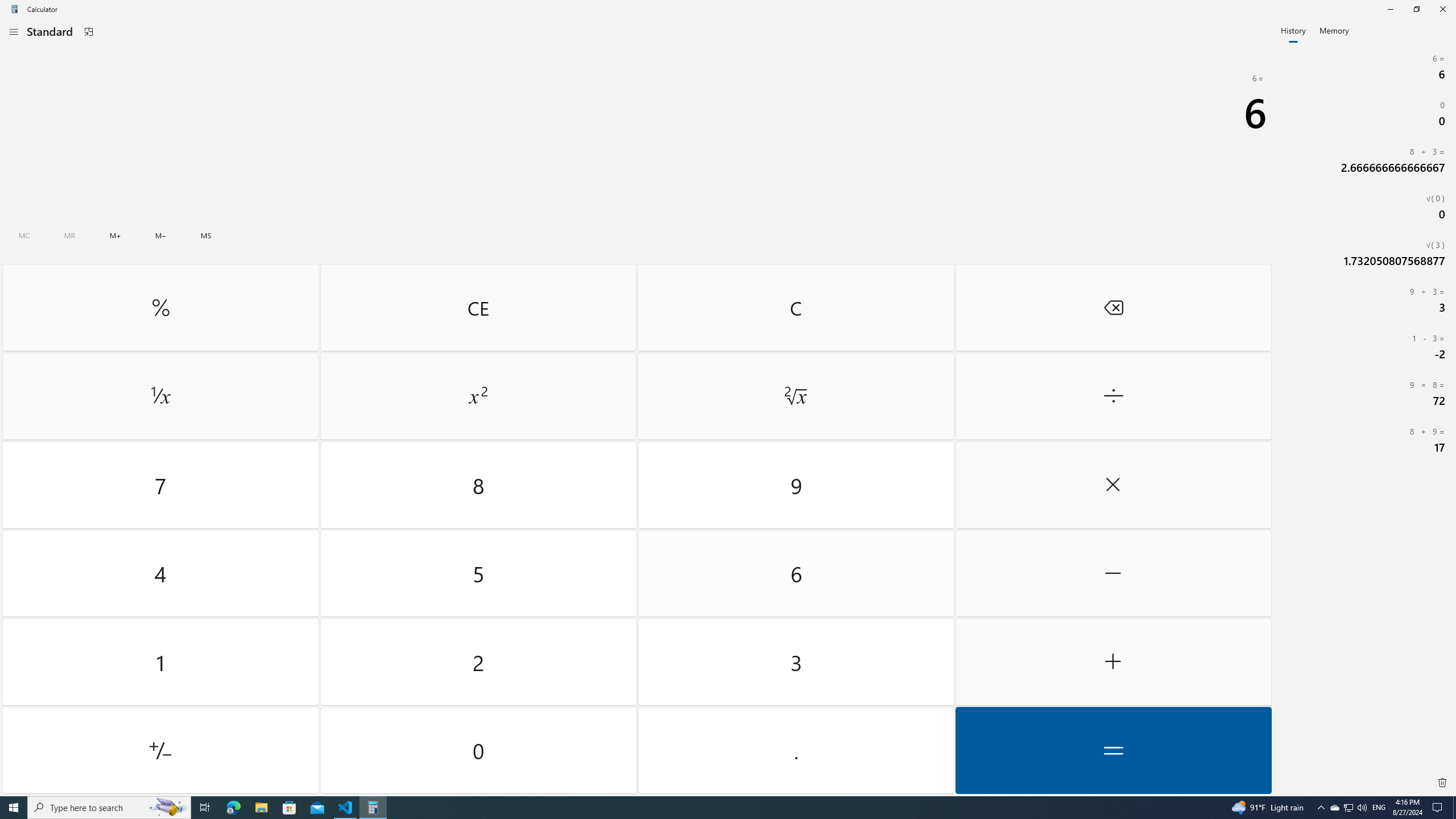  Describe the element at coordinates (1365, 440) in the screenshot. I see `'8 + 9= 17'` at that location.